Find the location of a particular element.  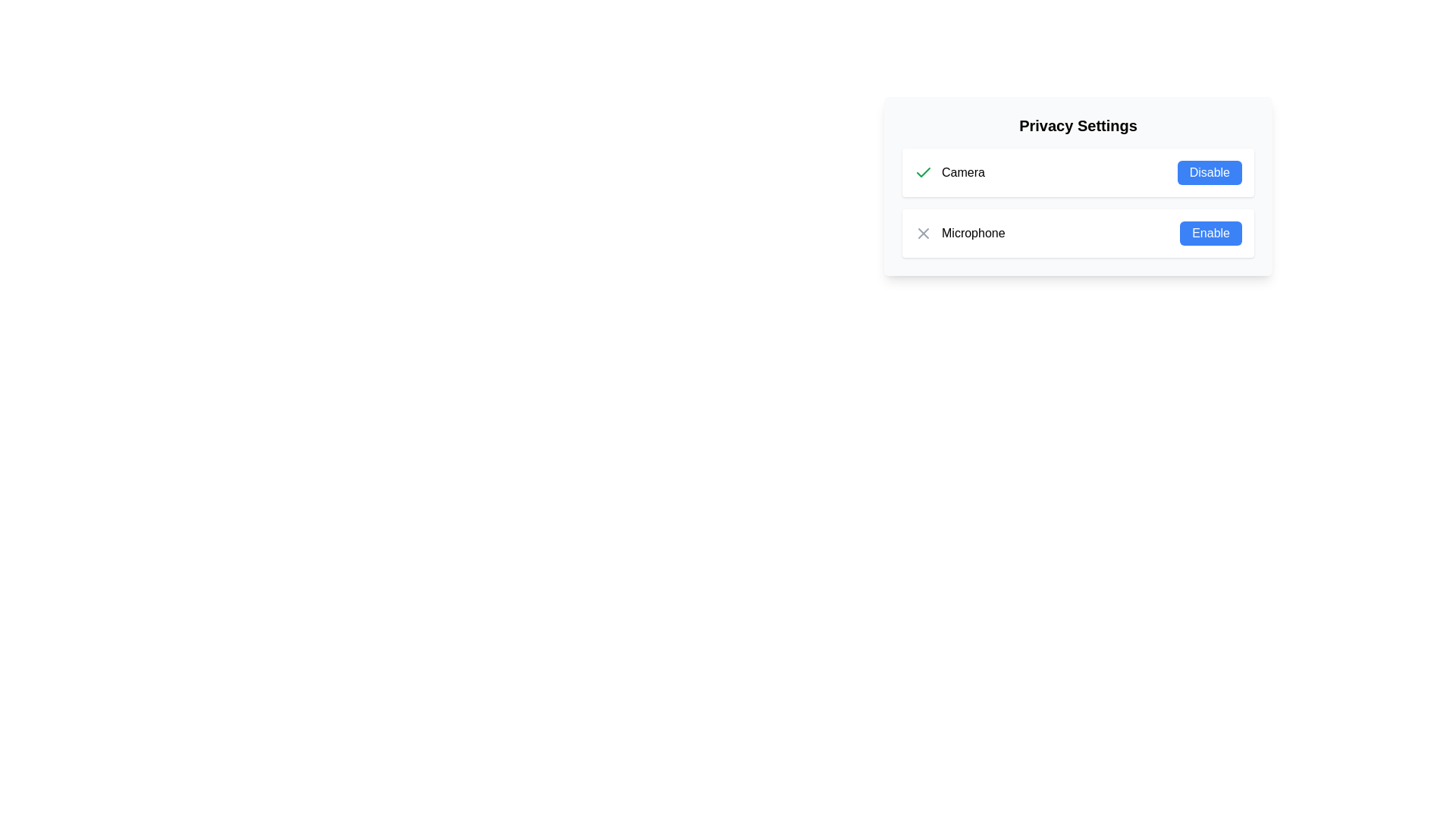

the microphone icon that represents the disabled state for the microphone feature, located to the left of the 'Microphone' text is located at coordinates (923, 234).